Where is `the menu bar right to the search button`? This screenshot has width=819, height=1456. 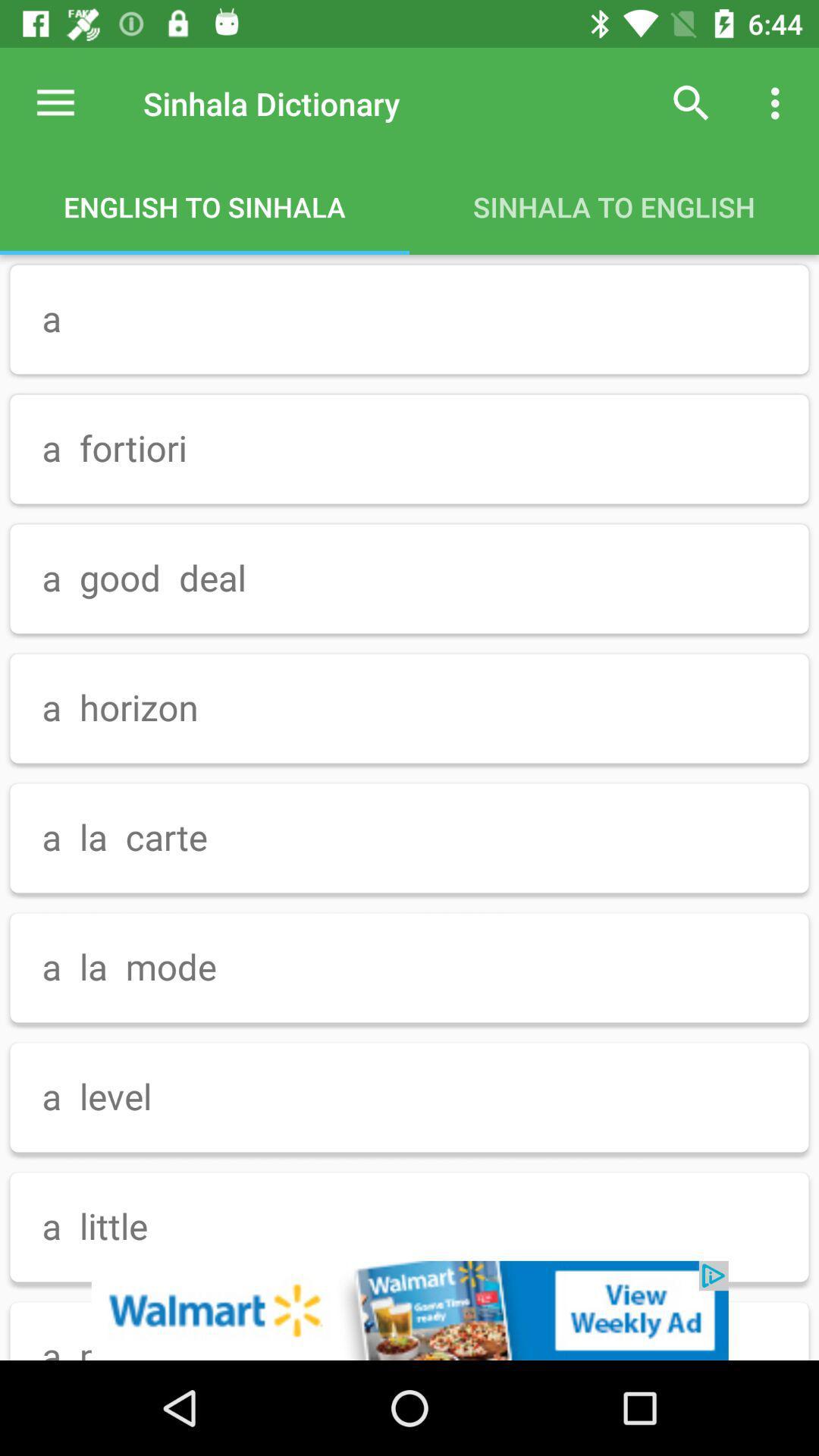
the menu bar right to the search button is located at coordinates (779, 103).